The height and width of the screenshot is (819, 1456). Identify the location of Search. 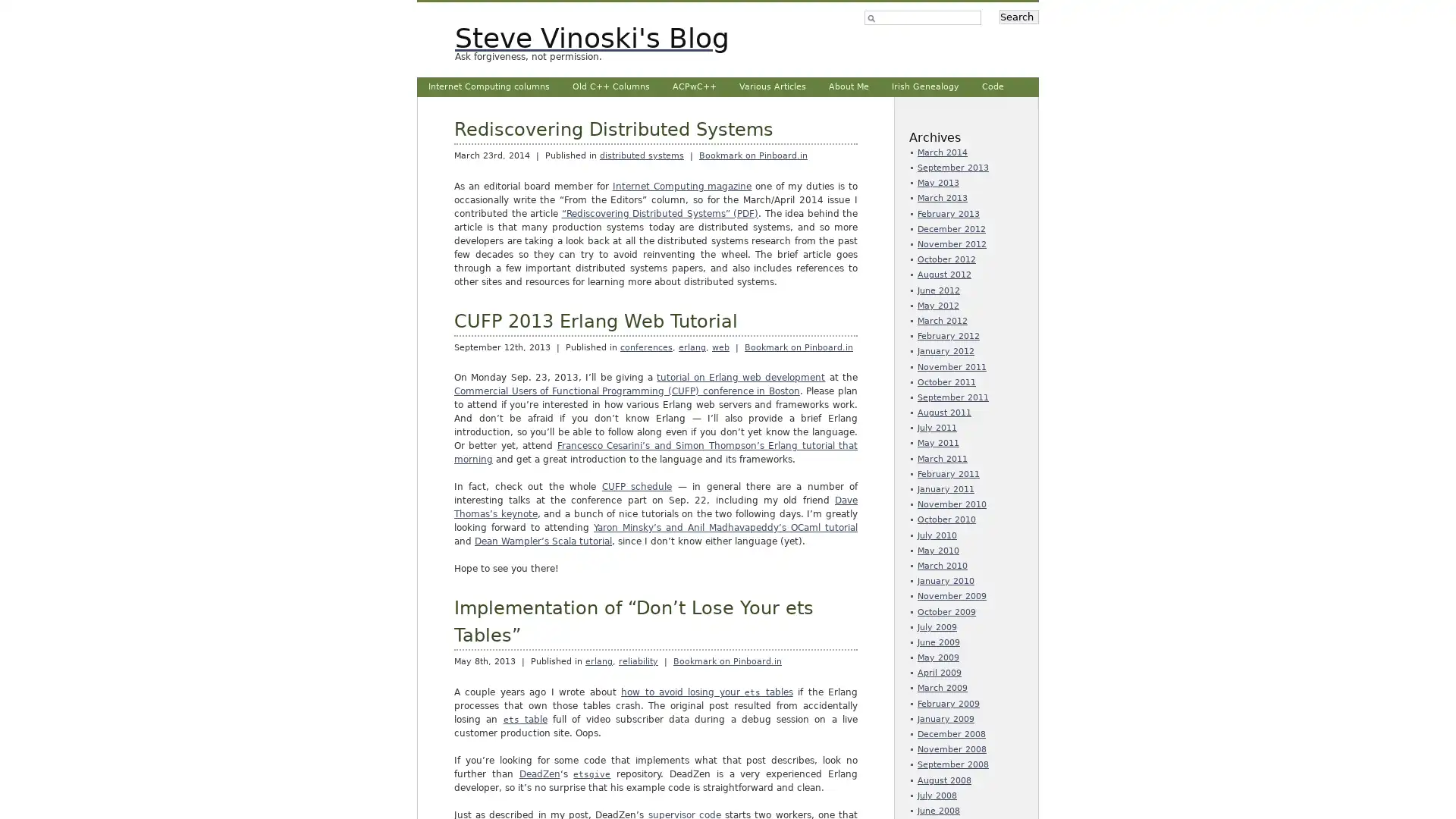
(1019, 17).